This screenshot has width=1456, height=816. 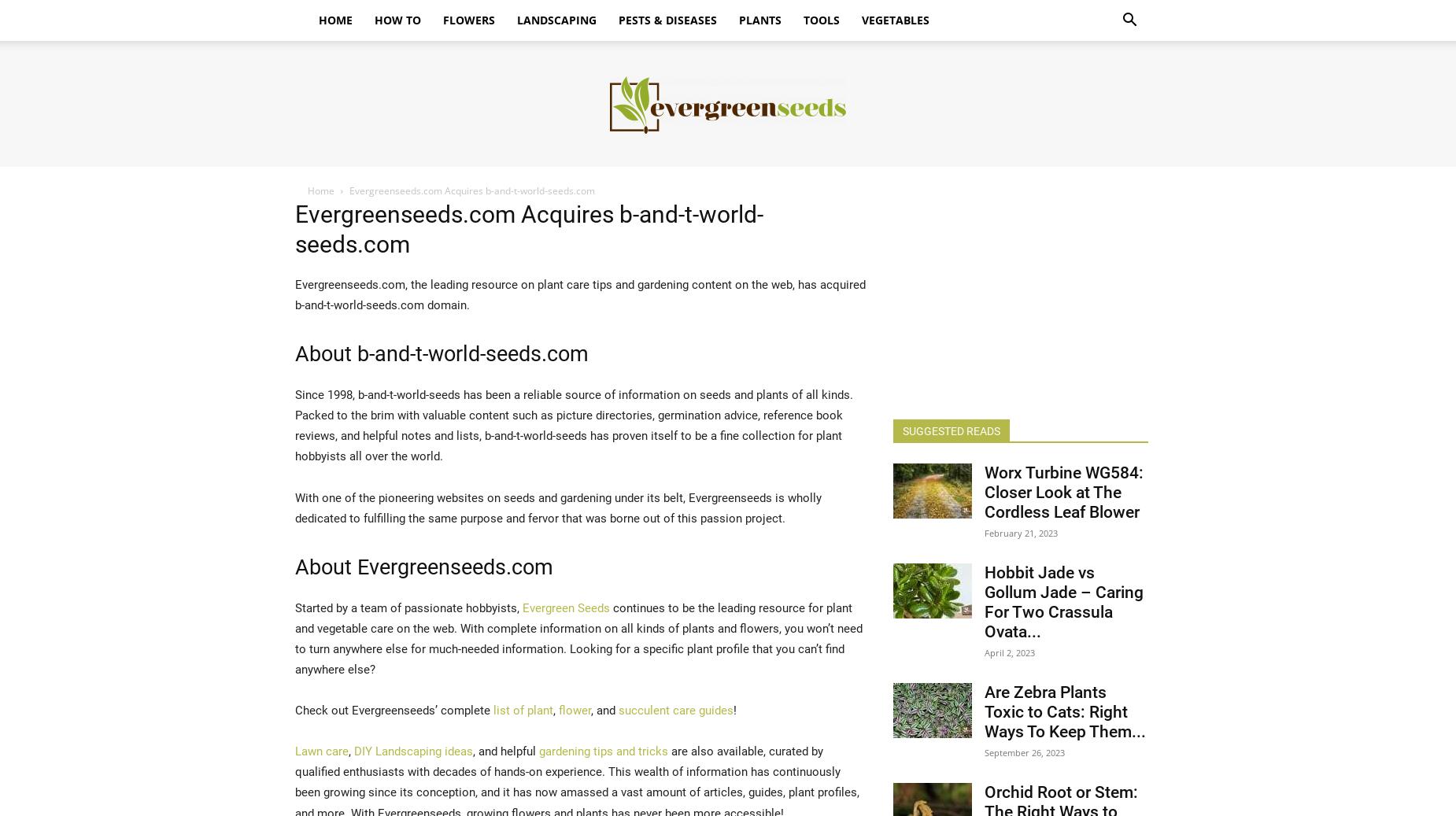 What do you see at coordinates (522, 711) in the screenshot?
I see `'list of plant'` at bounding box center [522, 711].